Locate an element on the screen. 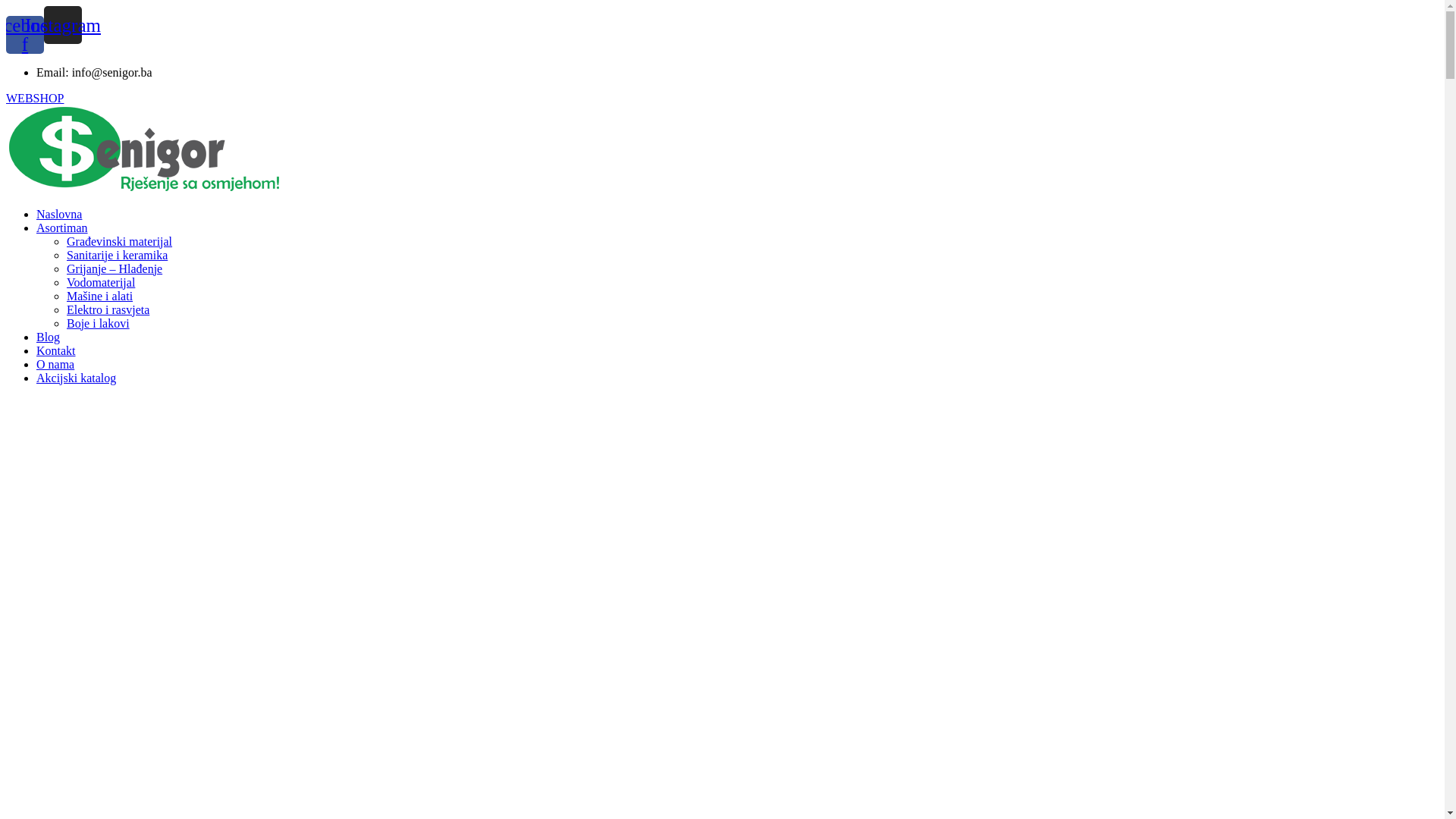 Image resolution: width=1456 pixels, height=819 pixels. 'Naslovna' is located at coordinates (36, 214).